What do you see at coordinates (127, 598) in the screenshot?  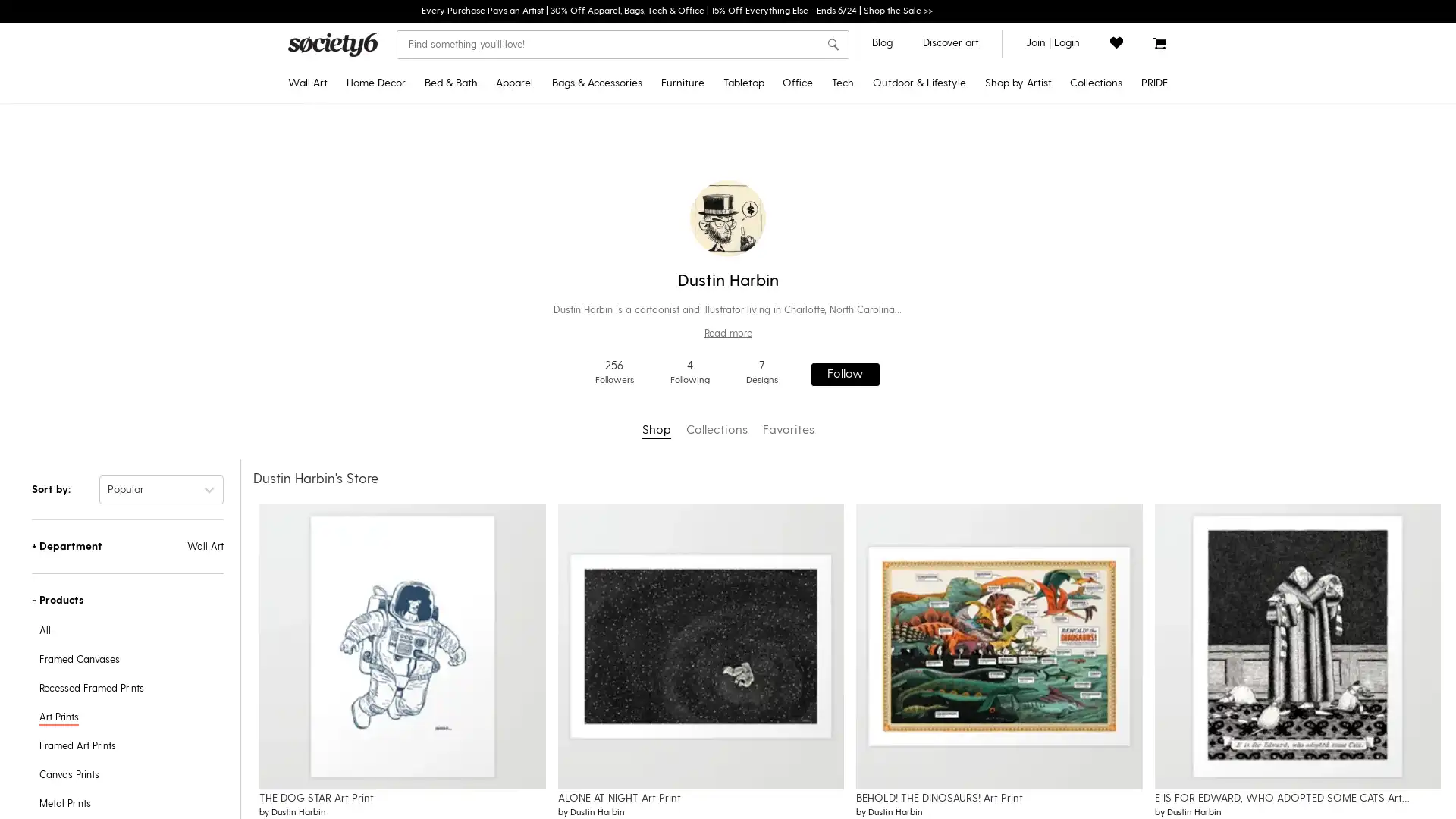 I see `-Products` at bounding box center [127, 598].